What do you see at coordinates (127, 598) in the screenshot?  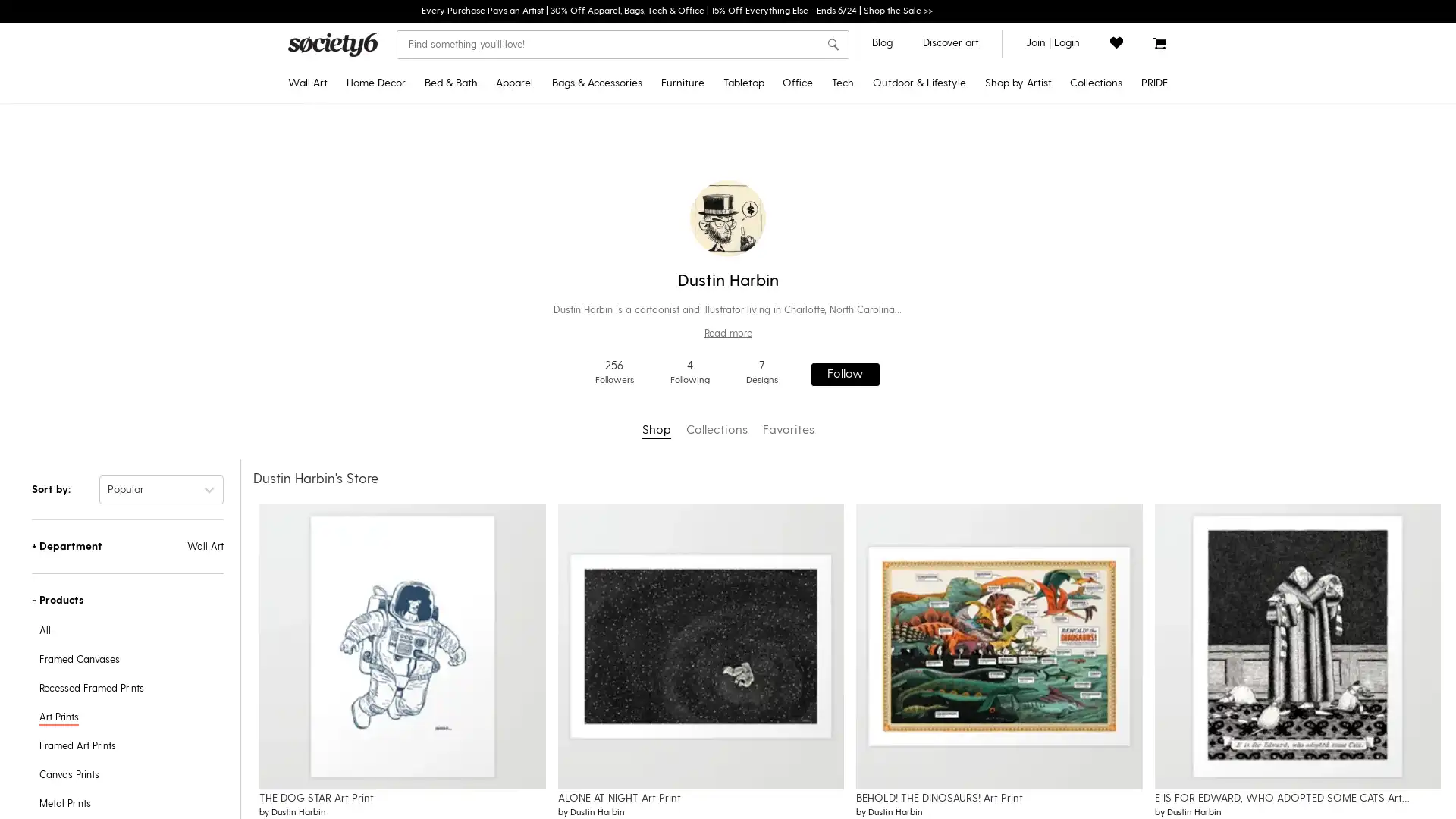 I see `-Products` at bounding box center [127, 598].